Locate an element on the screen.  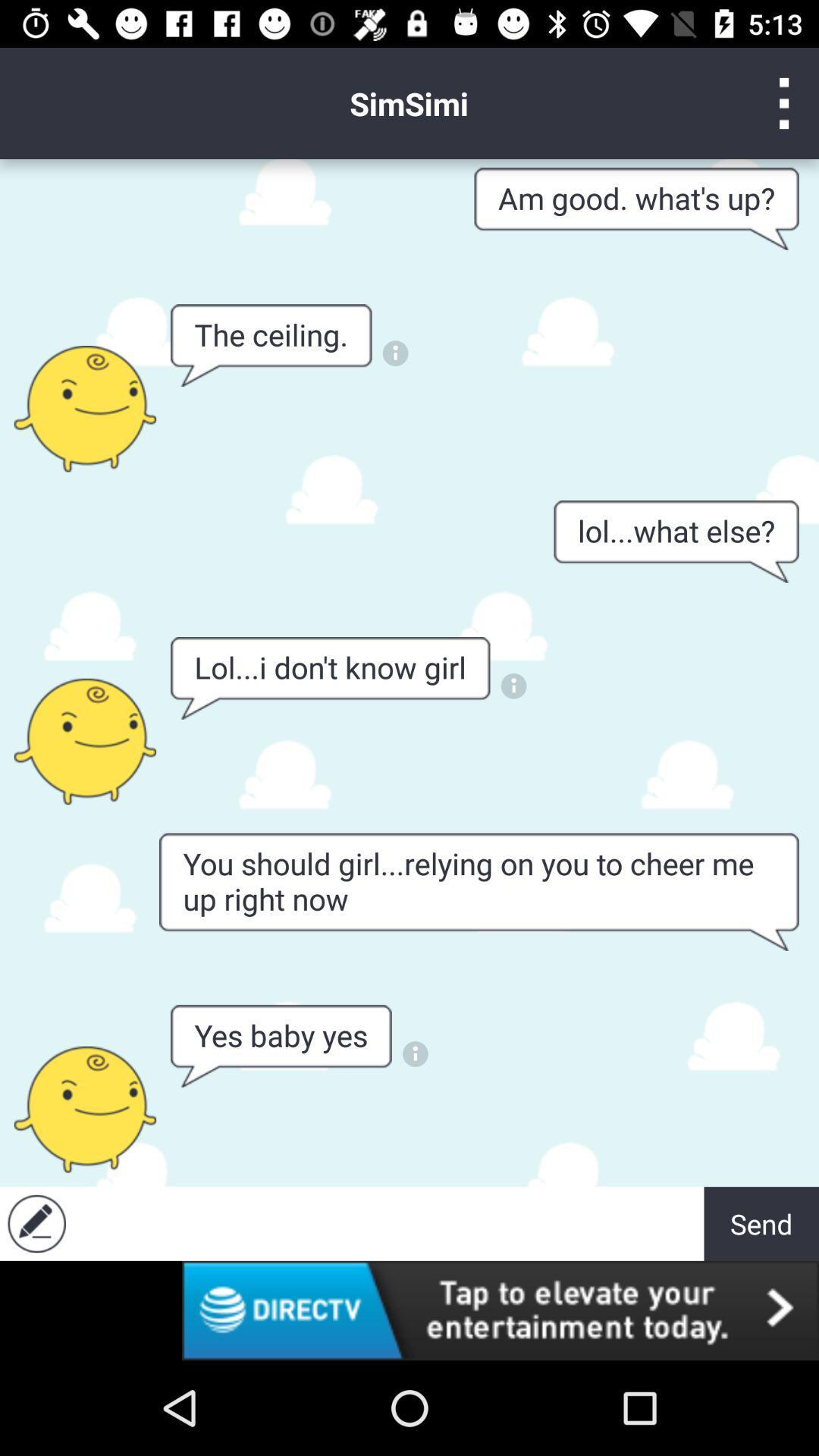
person 's info is located at coordinates (85, 742).